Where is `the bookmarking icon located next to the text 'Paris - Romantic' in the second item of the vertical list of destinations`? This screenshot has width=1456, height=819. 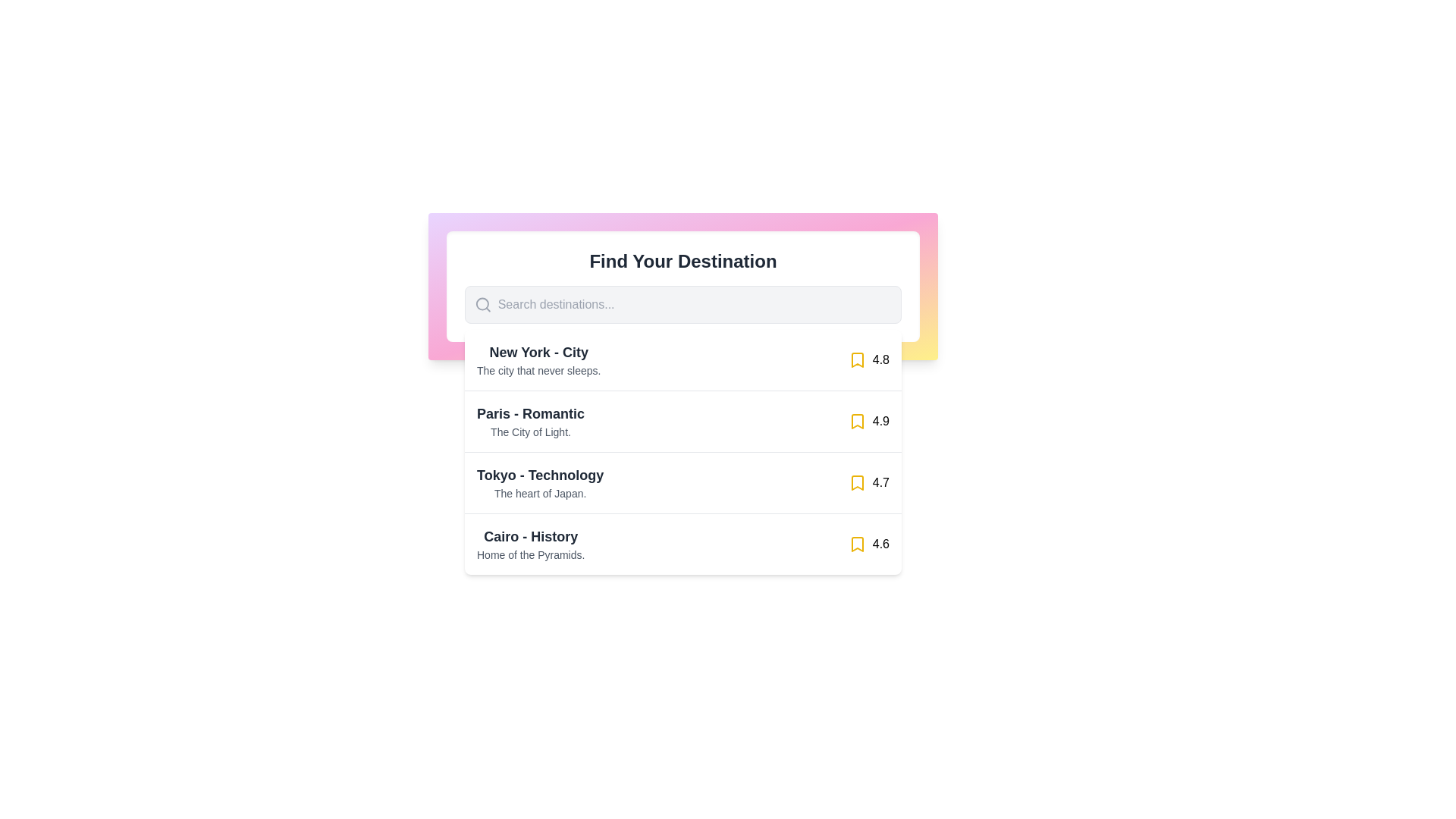 the bookmarking icon located next to the text 'Paris - Romantic' in the second item of the vertical list of destinations is located at coordinates (857, 421).